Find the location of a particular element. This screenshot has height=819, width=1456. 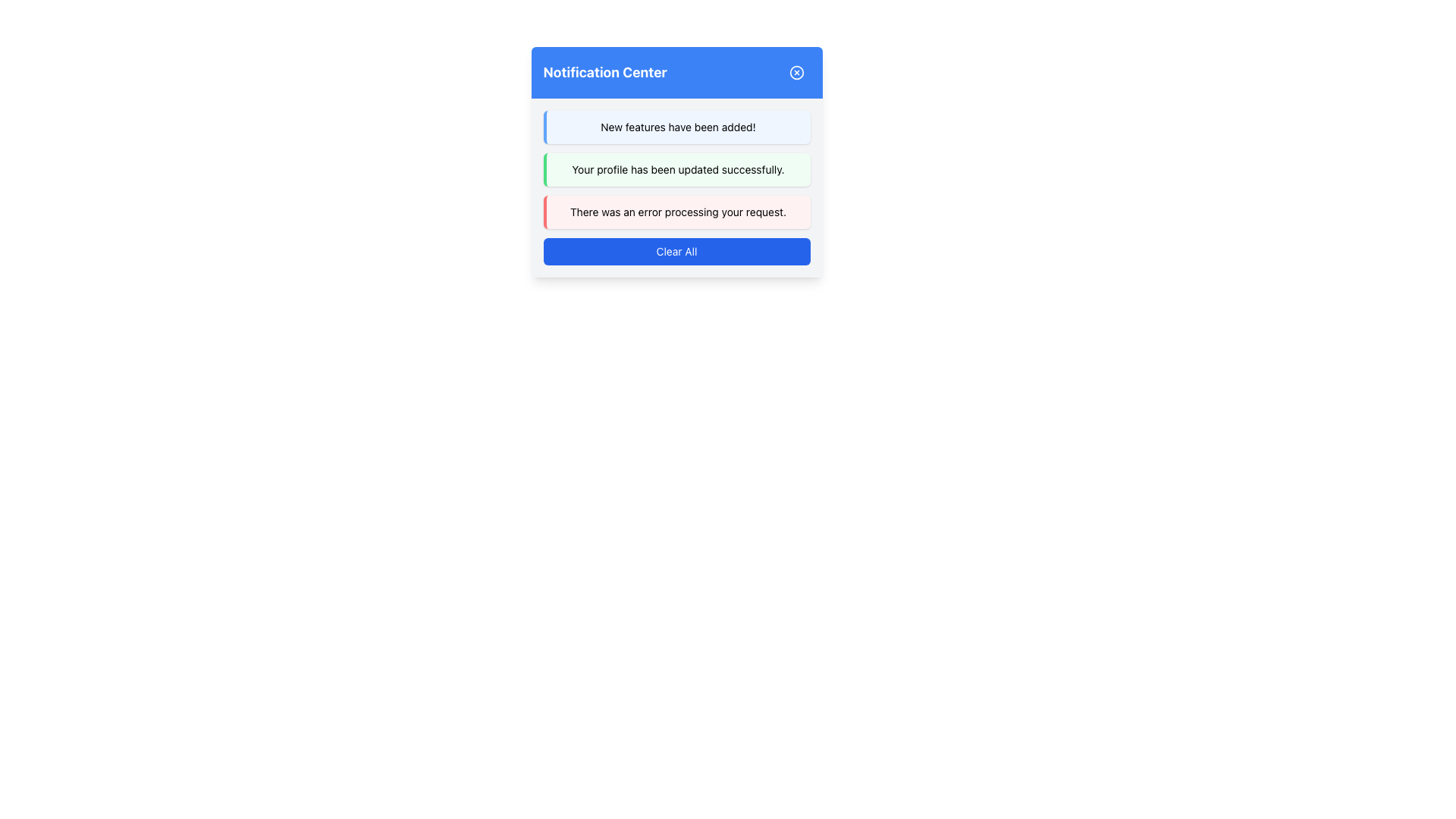

the Informational Notification Box with a light blue background and the text 'New features have been added!', located at the top of the notifications list is located at coordinates (676, 127).